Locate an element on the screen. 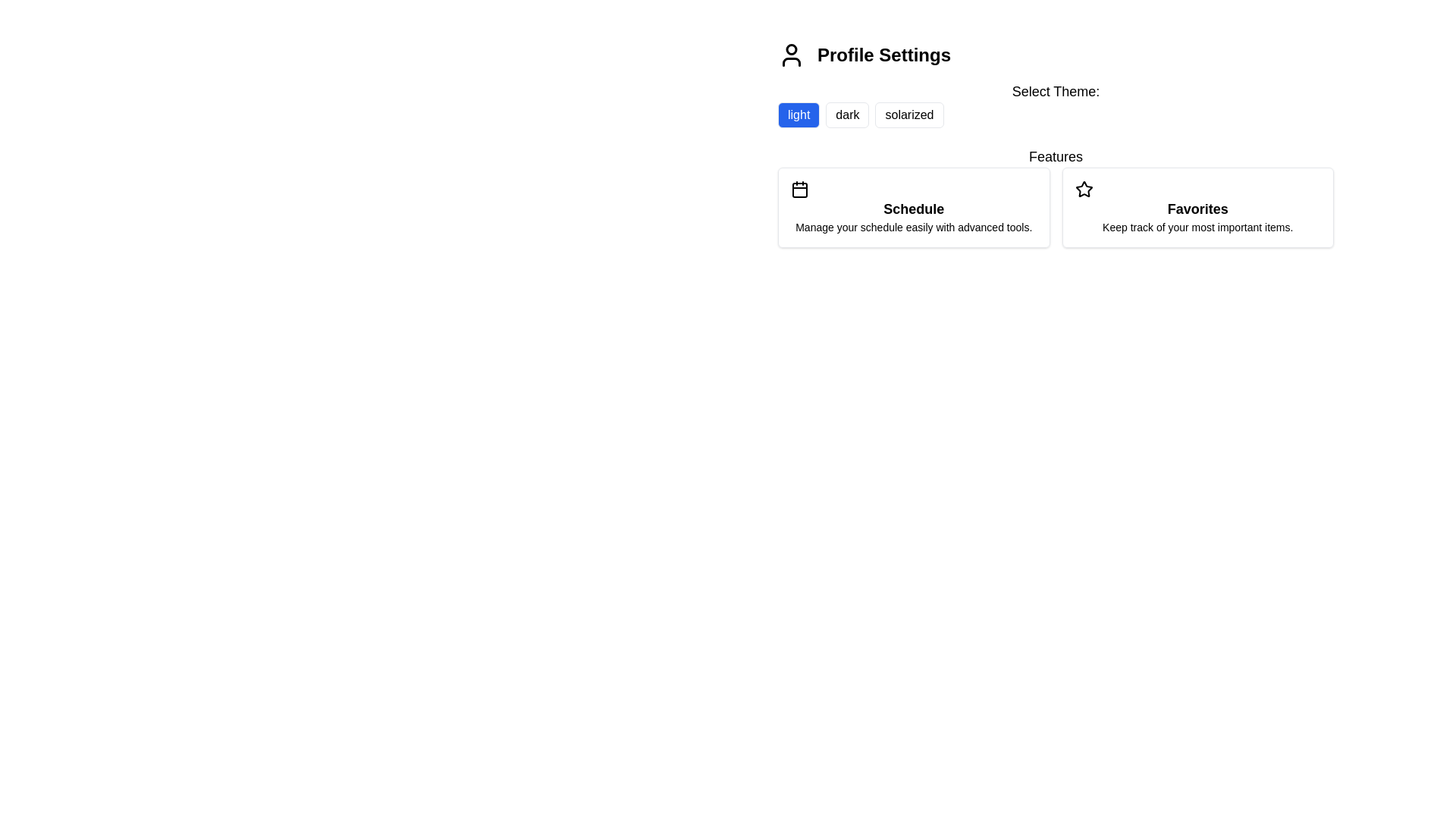 This screenshot has width=1456, height=819. the static text element that reads 'Keep track of your most important items.' located below the 'Favorites' heading is located at coordinates (1197, 227).